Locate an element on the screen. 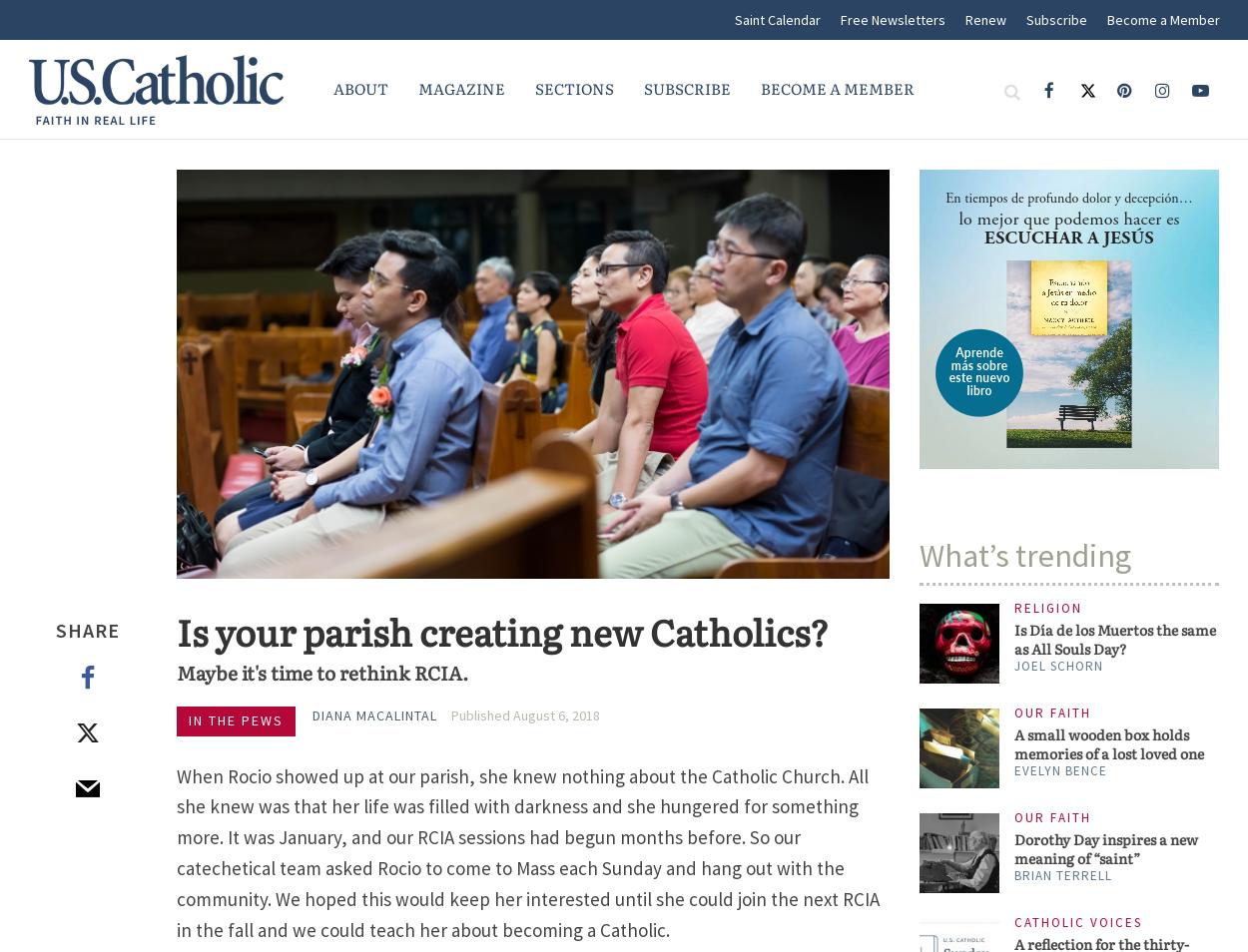 This screenshot has width=1248, height=952. 'A small wooden box holds memories of a lost loved one' is located at coordinates (1014, 743).